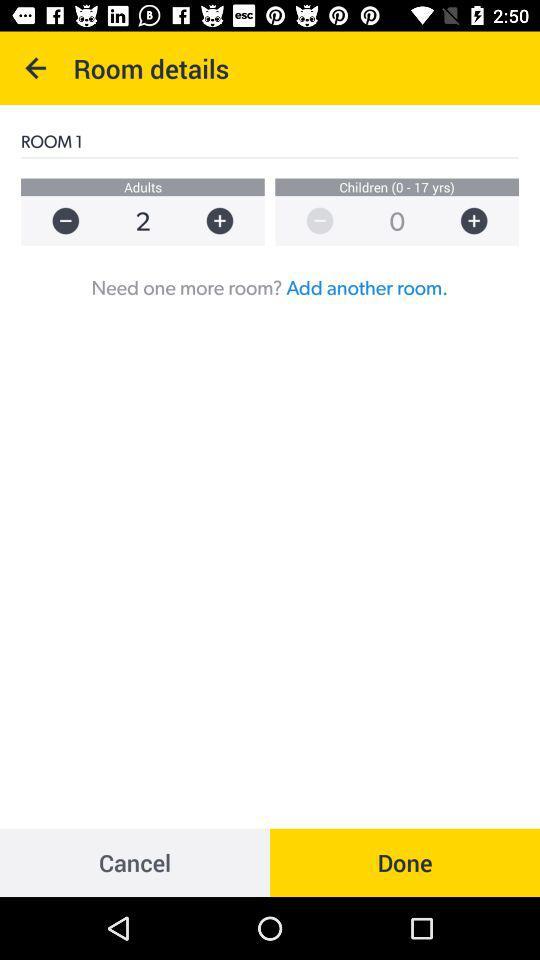 This screenshot has width=540, height=960. Describe the element at coordinates (405, 861) in the screenshot. I see `the done at the bottom right corner` at that location.